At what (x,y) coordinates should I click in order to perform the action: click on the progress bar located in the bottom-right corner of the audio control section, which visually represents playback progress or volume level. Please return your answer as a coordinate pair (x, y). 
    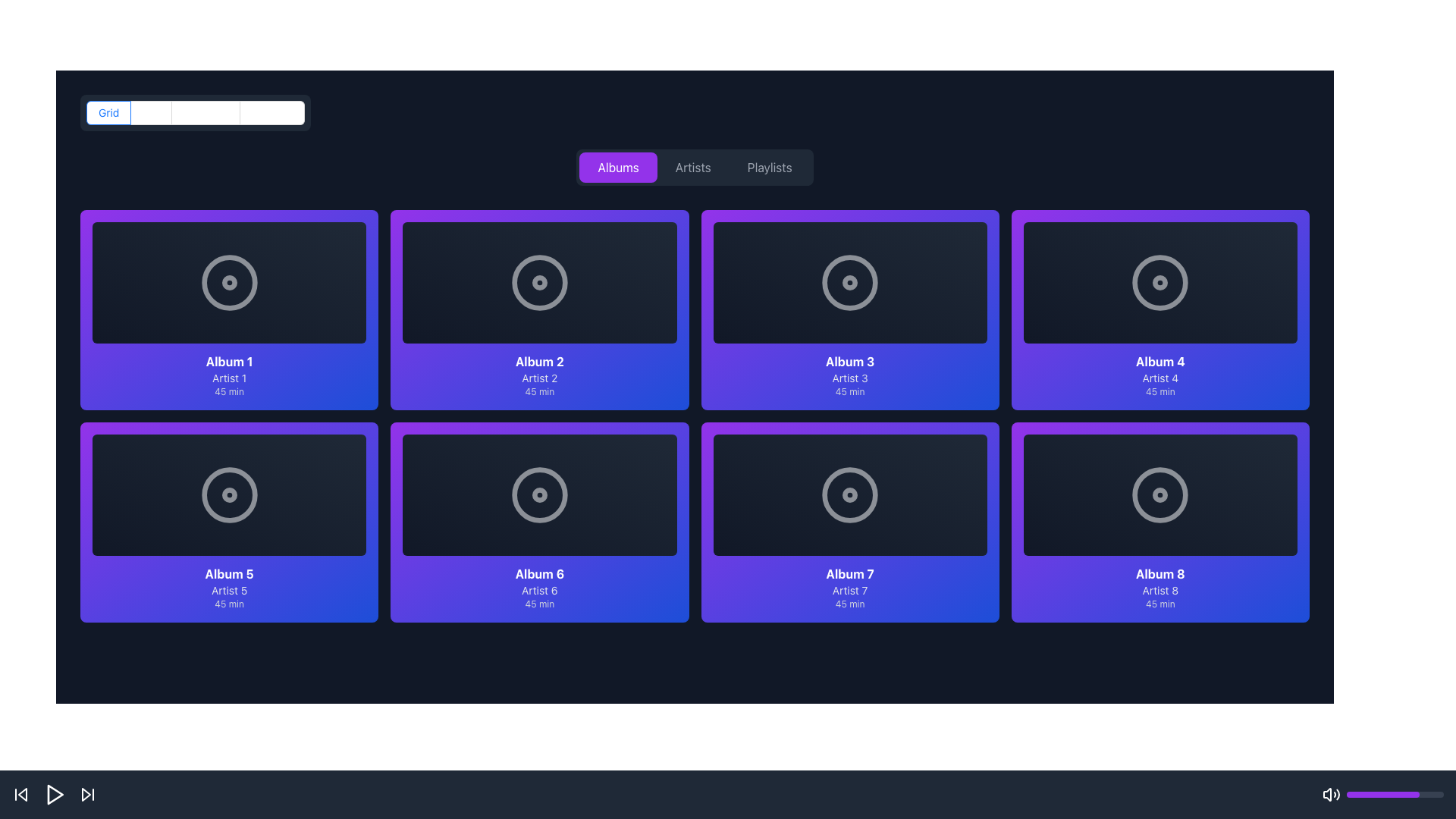
    Looking at the image, I should click on (1383, 794).